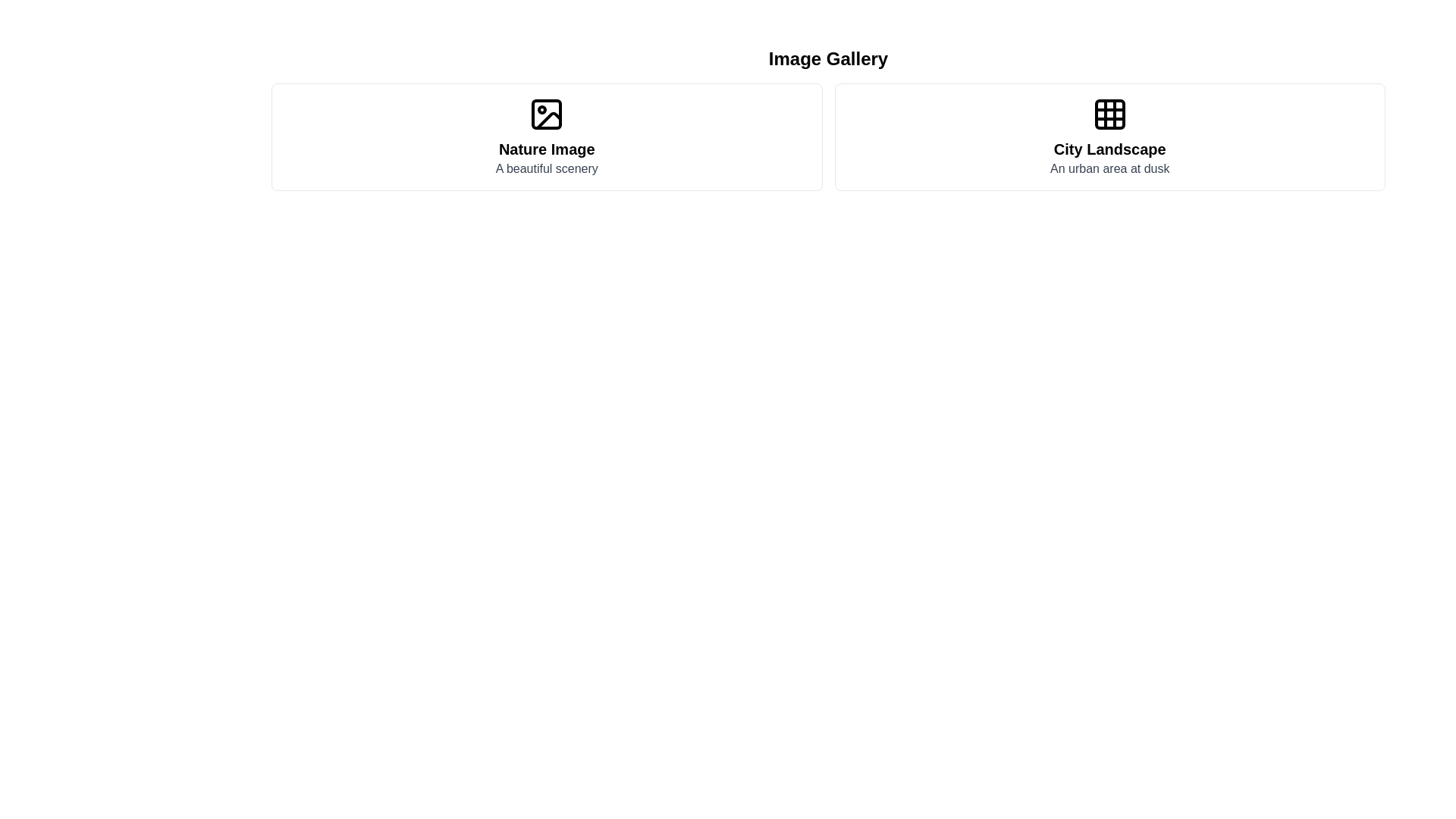 This screenshot has height=819, width=1456. I want to click on the icon in the 'City Landscape' section, so click(1109, 137).